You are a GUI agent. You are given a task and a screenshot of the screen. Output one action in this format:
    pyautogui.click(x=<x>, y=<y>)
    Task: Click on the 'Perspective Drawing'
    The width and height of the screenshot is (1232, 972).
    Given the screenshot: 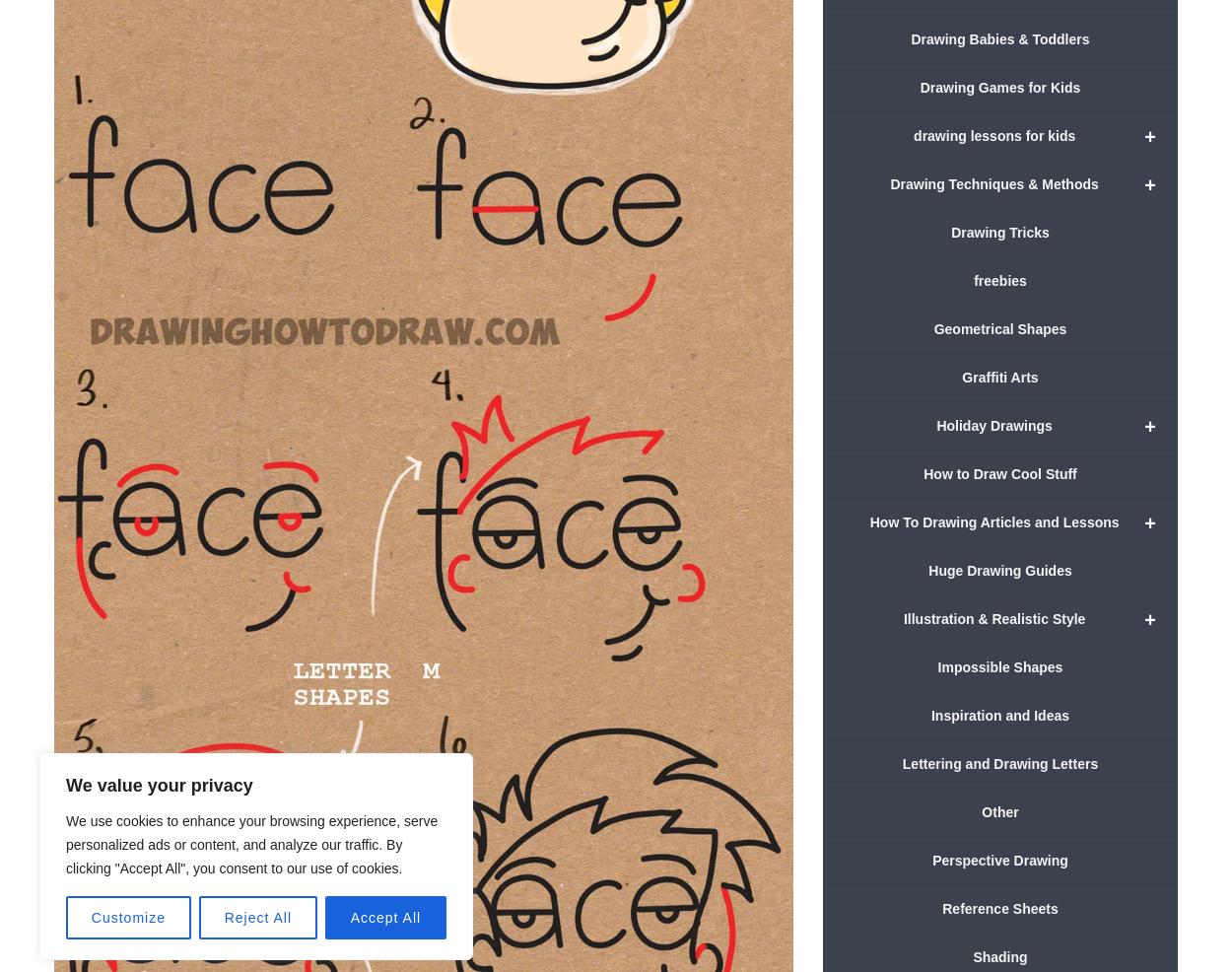 What is the action you would take?
    pyautogui.click(x=999, y=859)
    